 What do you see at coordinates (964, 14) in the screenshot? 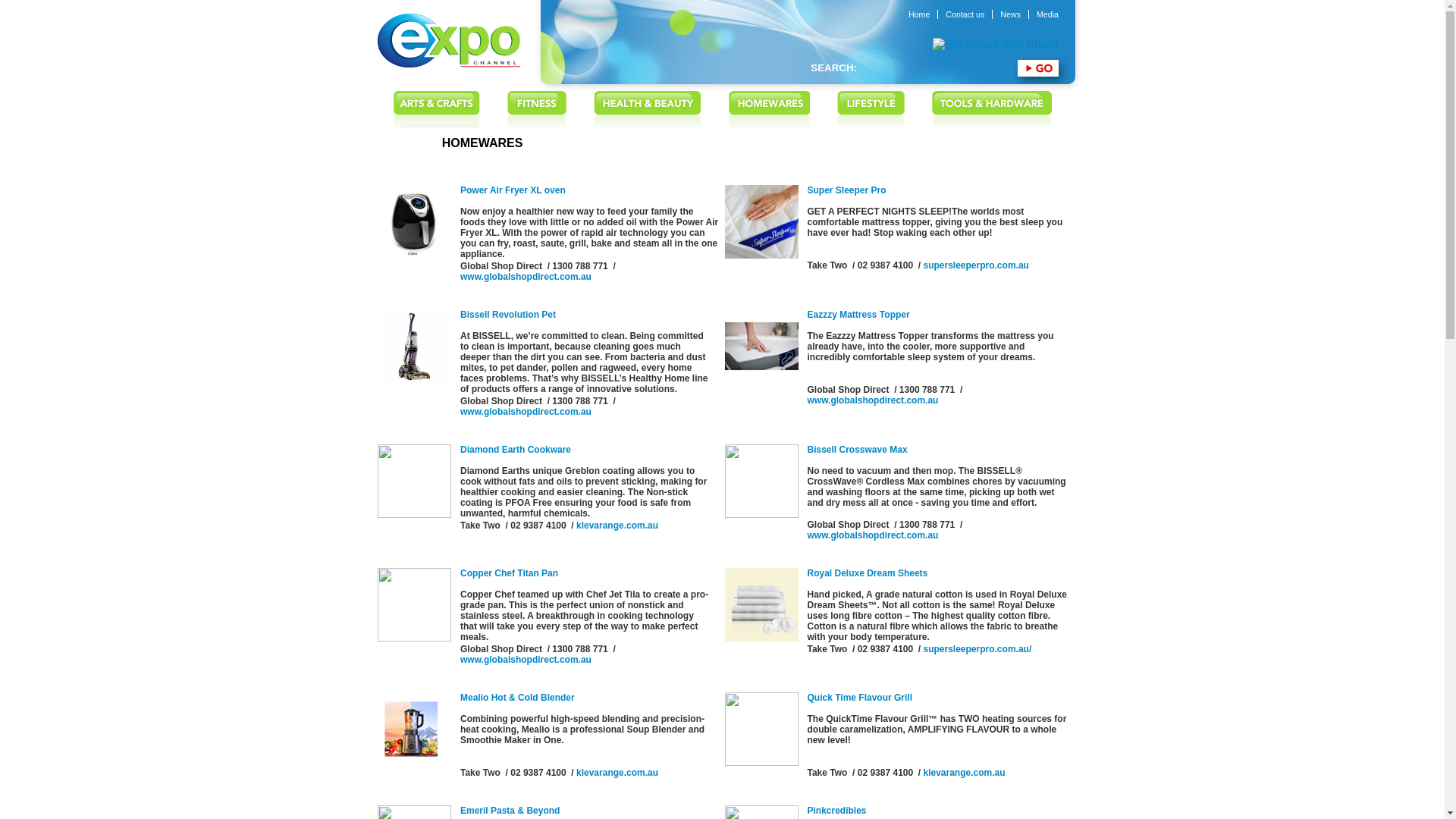
I see `'Contact us'` at bounding box center [964, 14].